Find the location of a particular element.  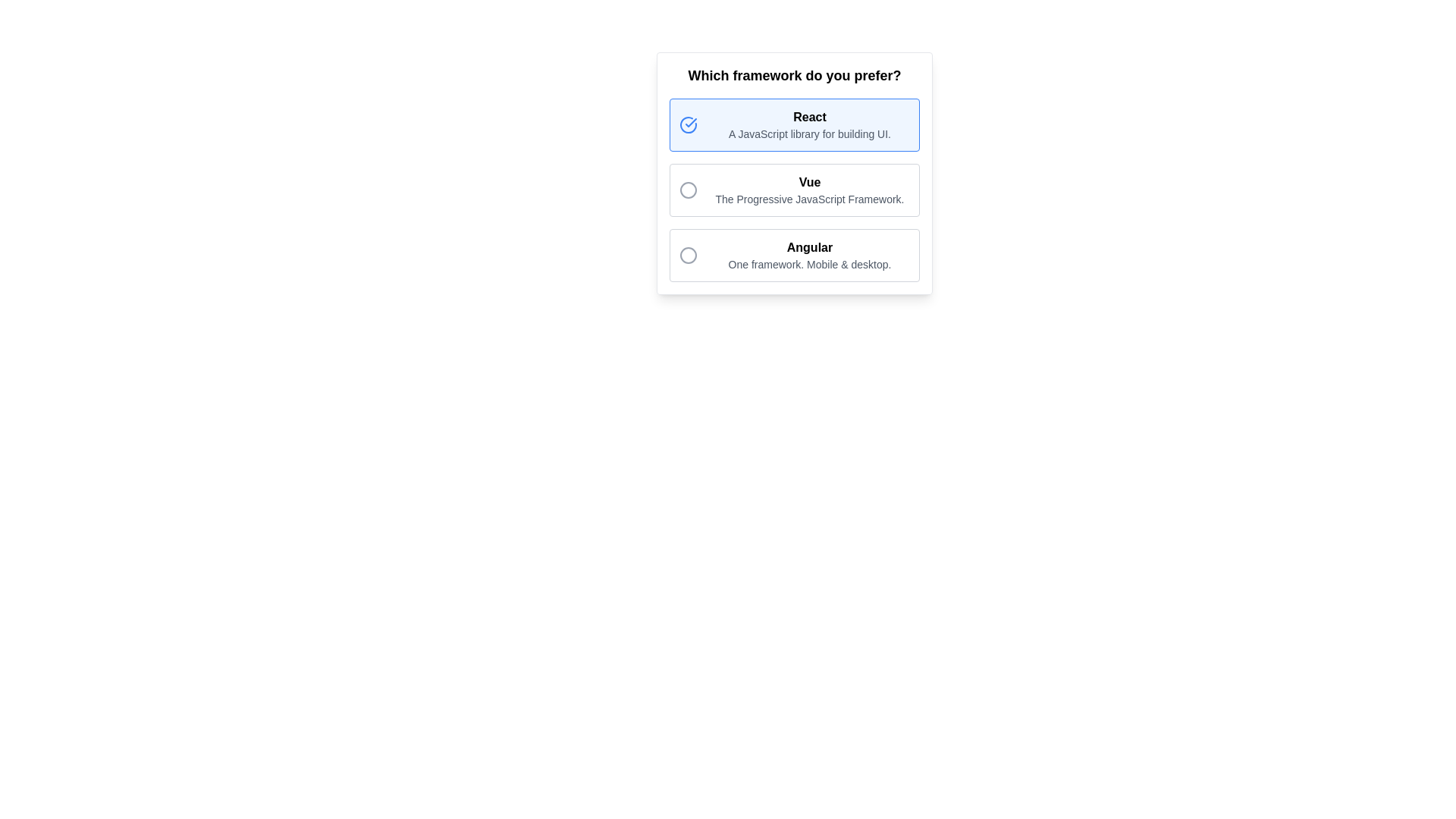

the Text Display that reads 'React' and 'A JavaScript library for building UI.' which is the main textual component of the topmost option in a vertical stack of framework options is located at coordinates (809, 124).